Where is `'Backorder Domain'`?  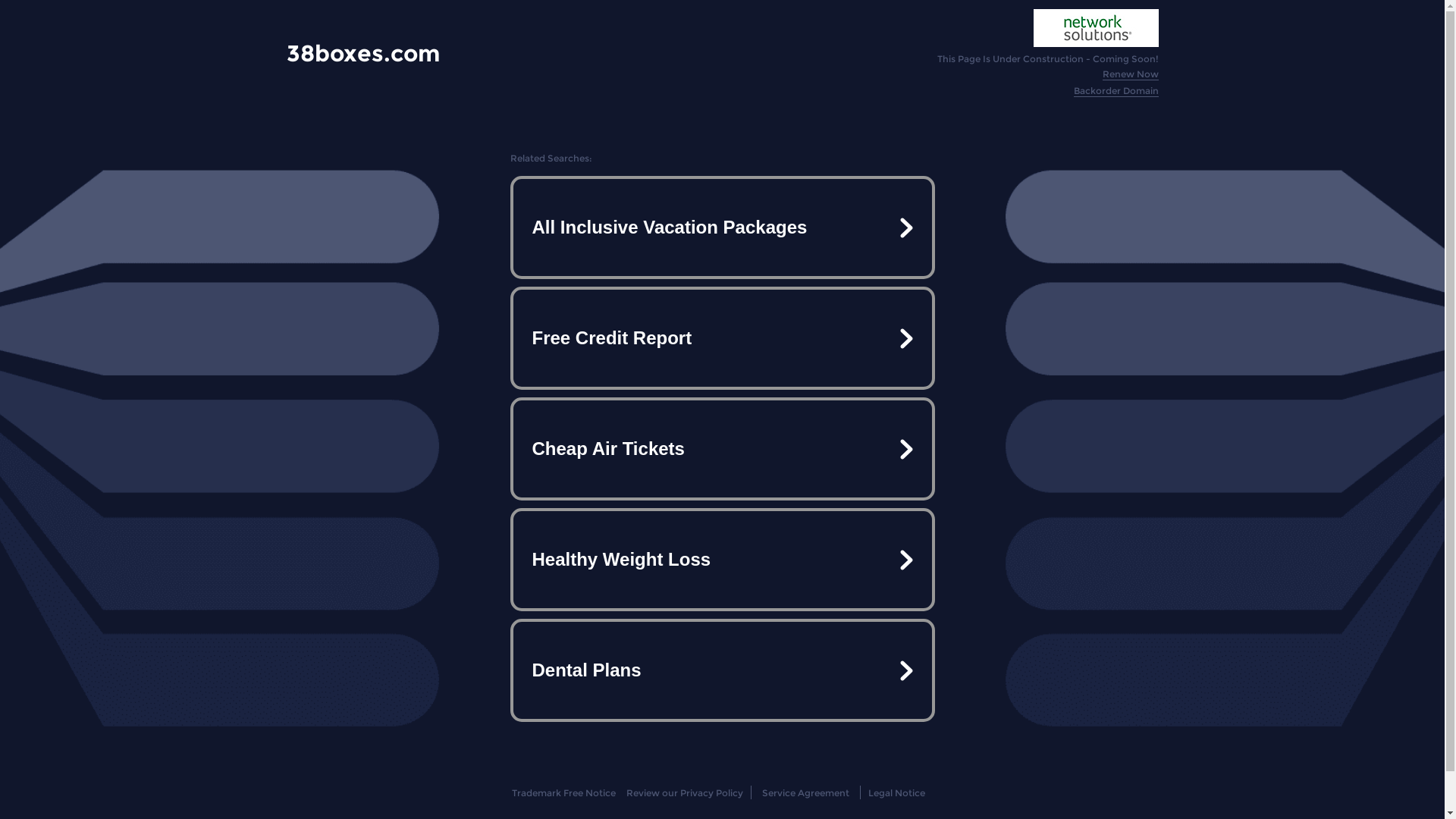 'Backorder Domain' is located at coordinates (1116, 90).